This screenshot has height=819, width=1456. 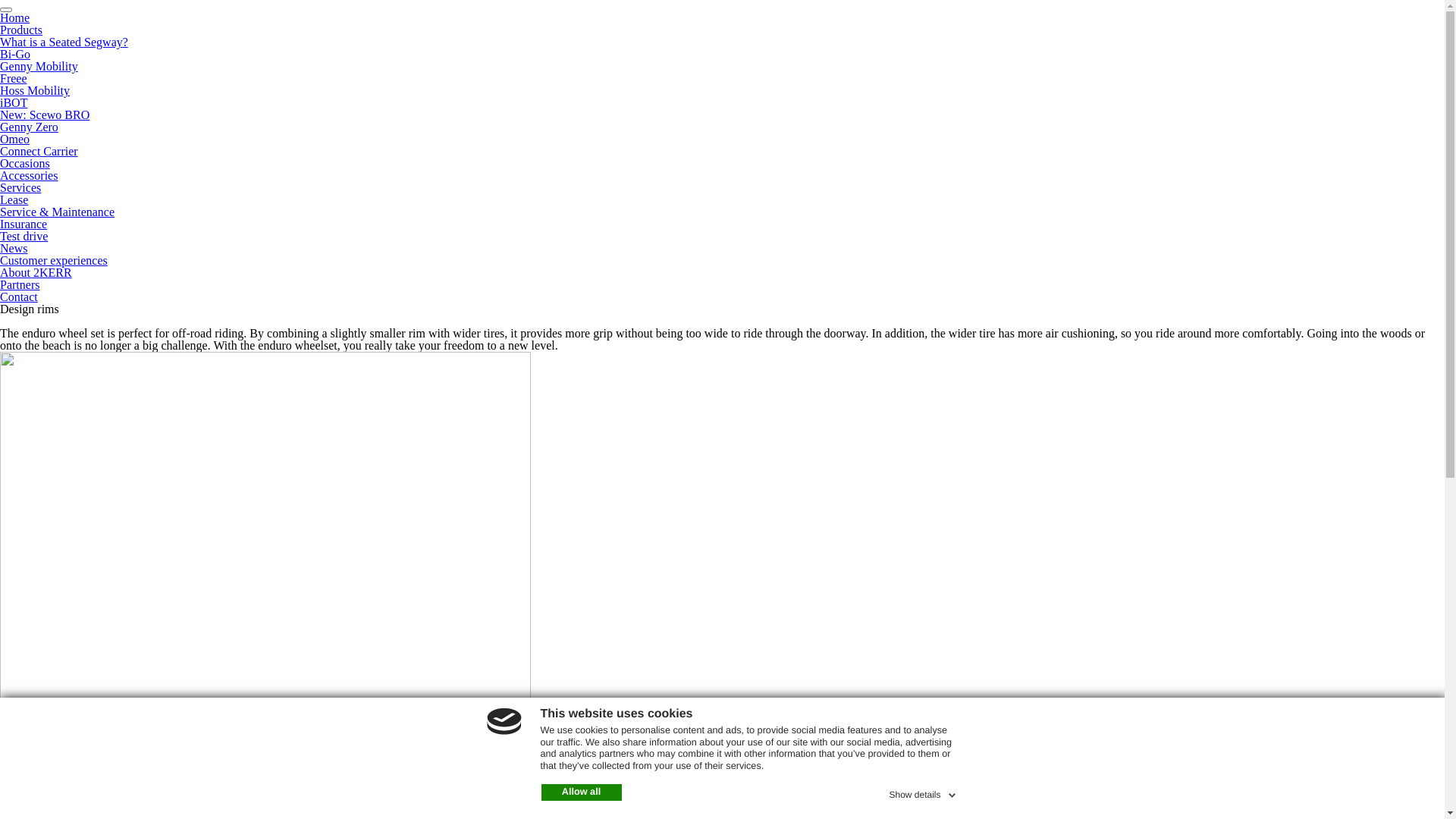 I want to click on 'Service & Maintenance', so click(x=57, y=212).